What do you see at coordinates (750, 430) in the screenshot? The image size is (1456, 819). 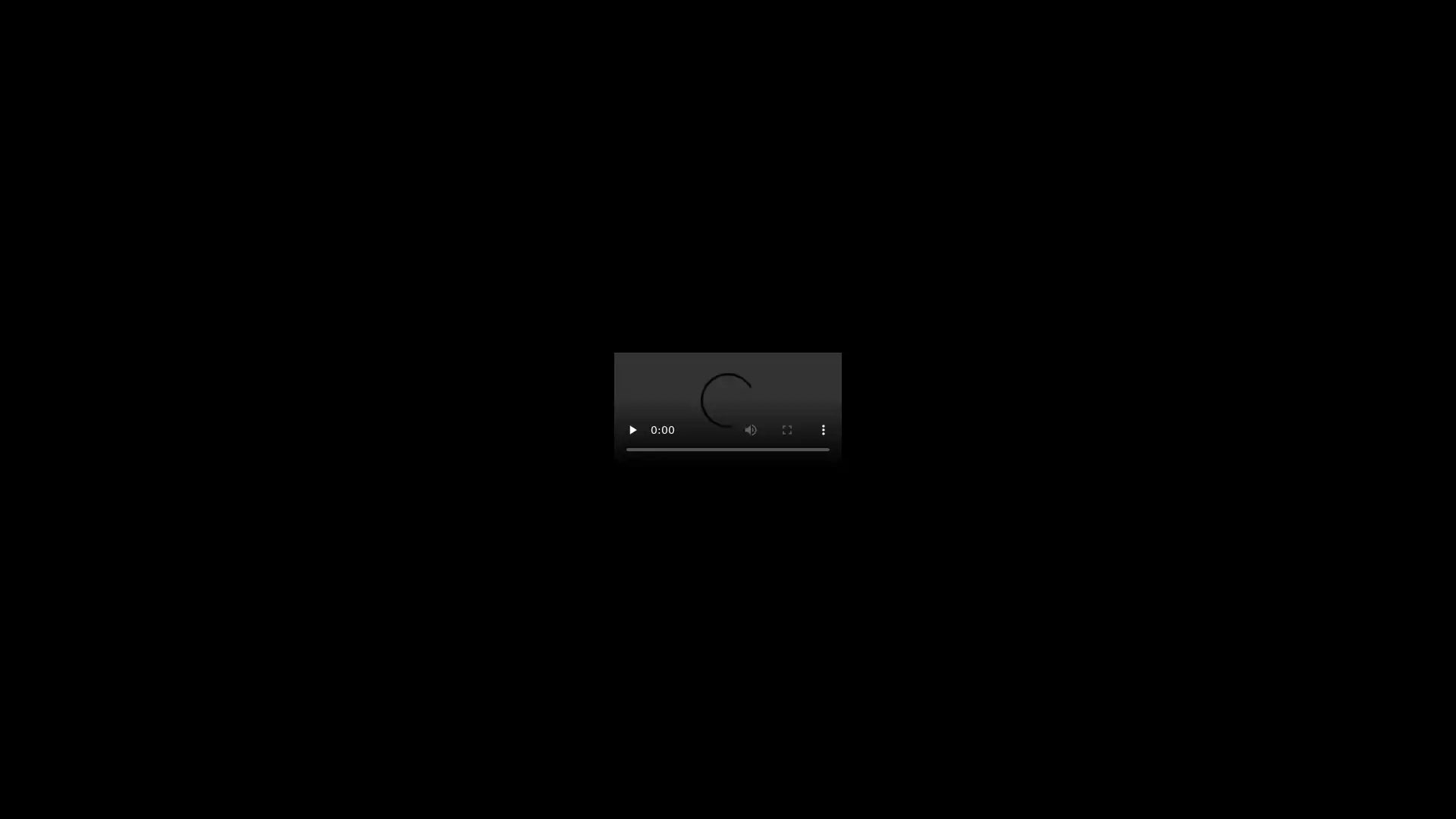 I see `mute` at bounding box center [750, 430].